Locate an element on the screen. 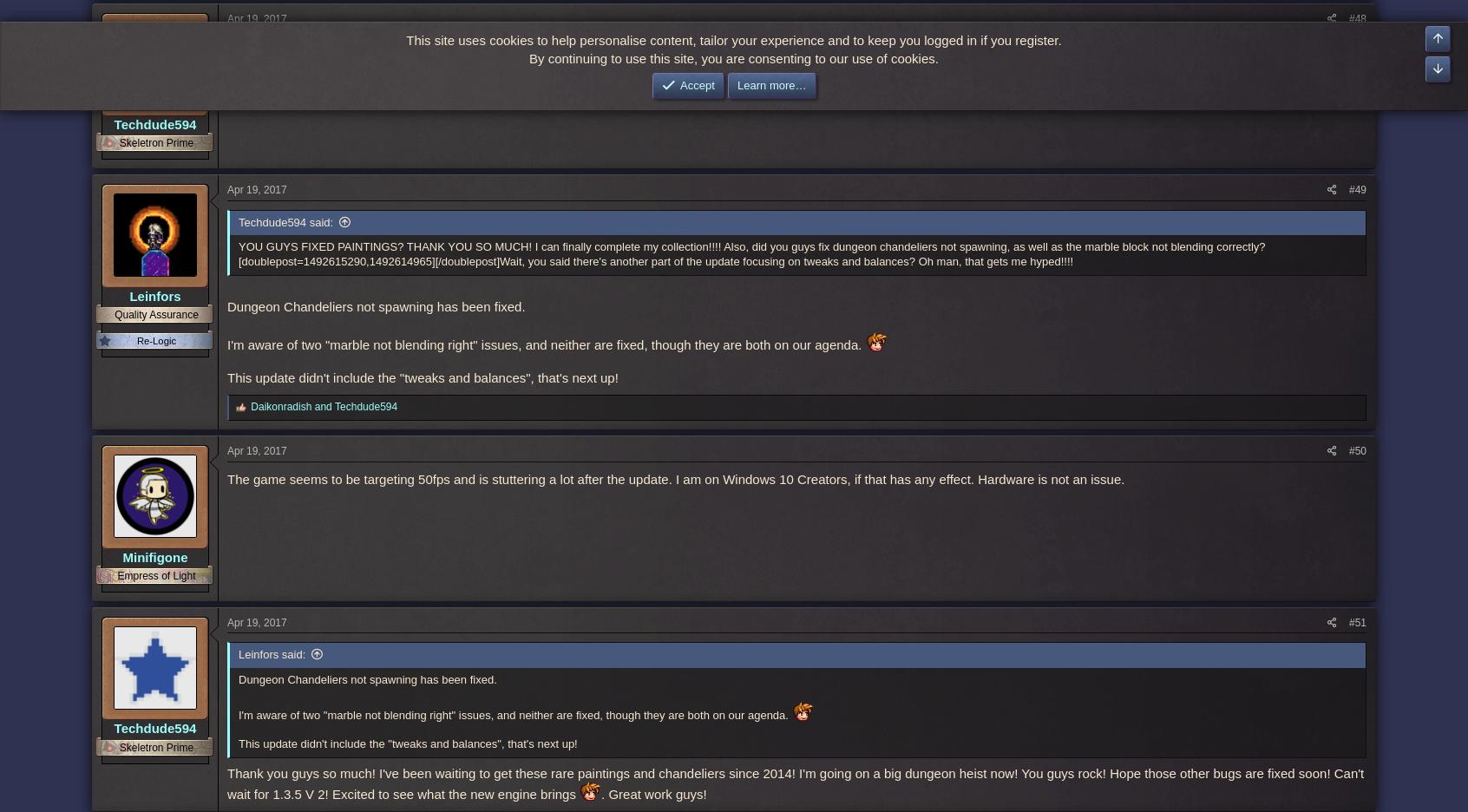  'Accept' is located at coordinates (697, 83).